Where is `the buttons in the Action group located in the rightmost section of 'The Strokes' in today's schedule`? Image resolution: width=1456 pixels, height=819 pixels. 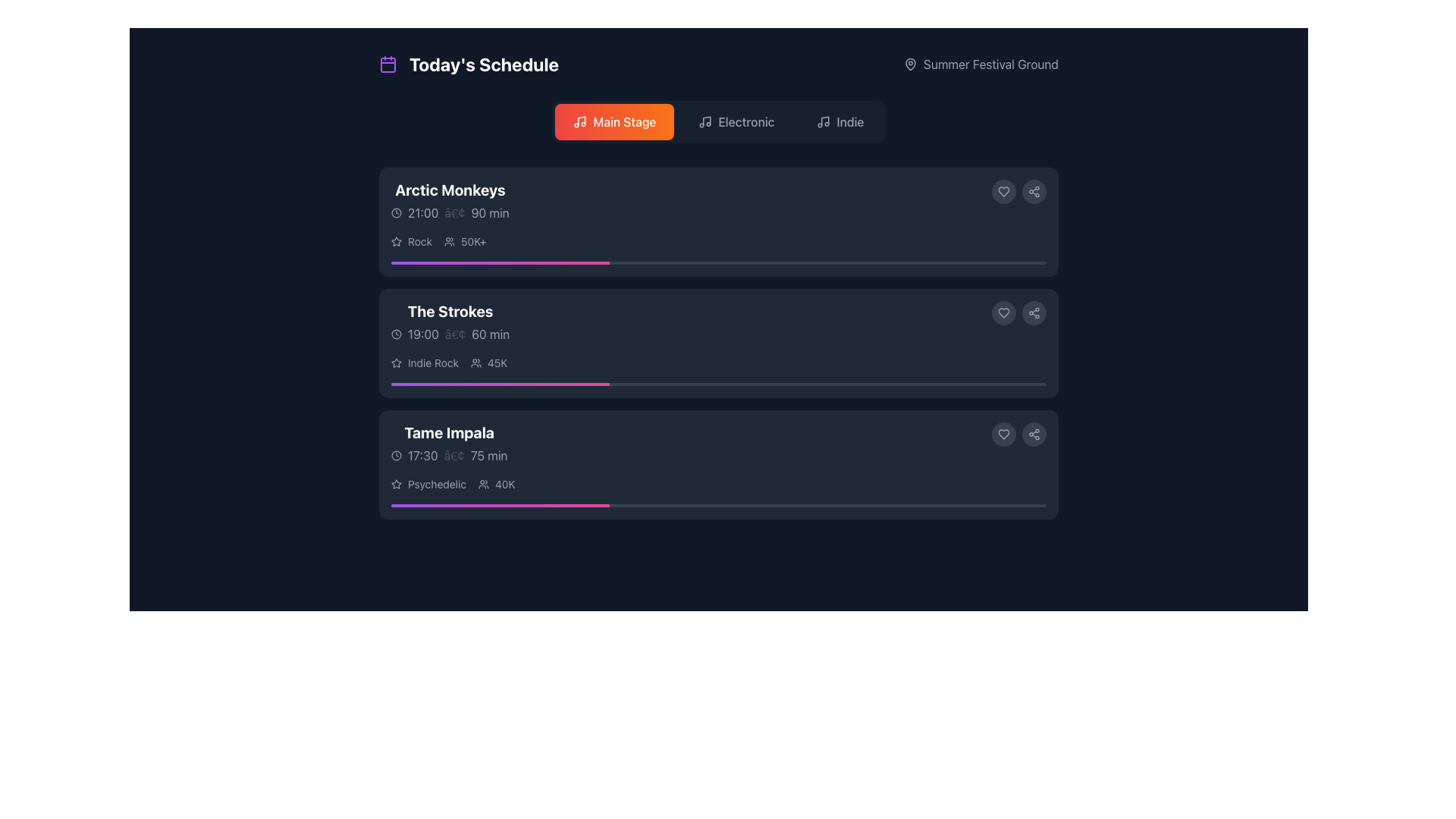
the buttons in the Action group located in the rightmost section of 'The Strokes' in today's schedule is located at coordinates (1019, 312).